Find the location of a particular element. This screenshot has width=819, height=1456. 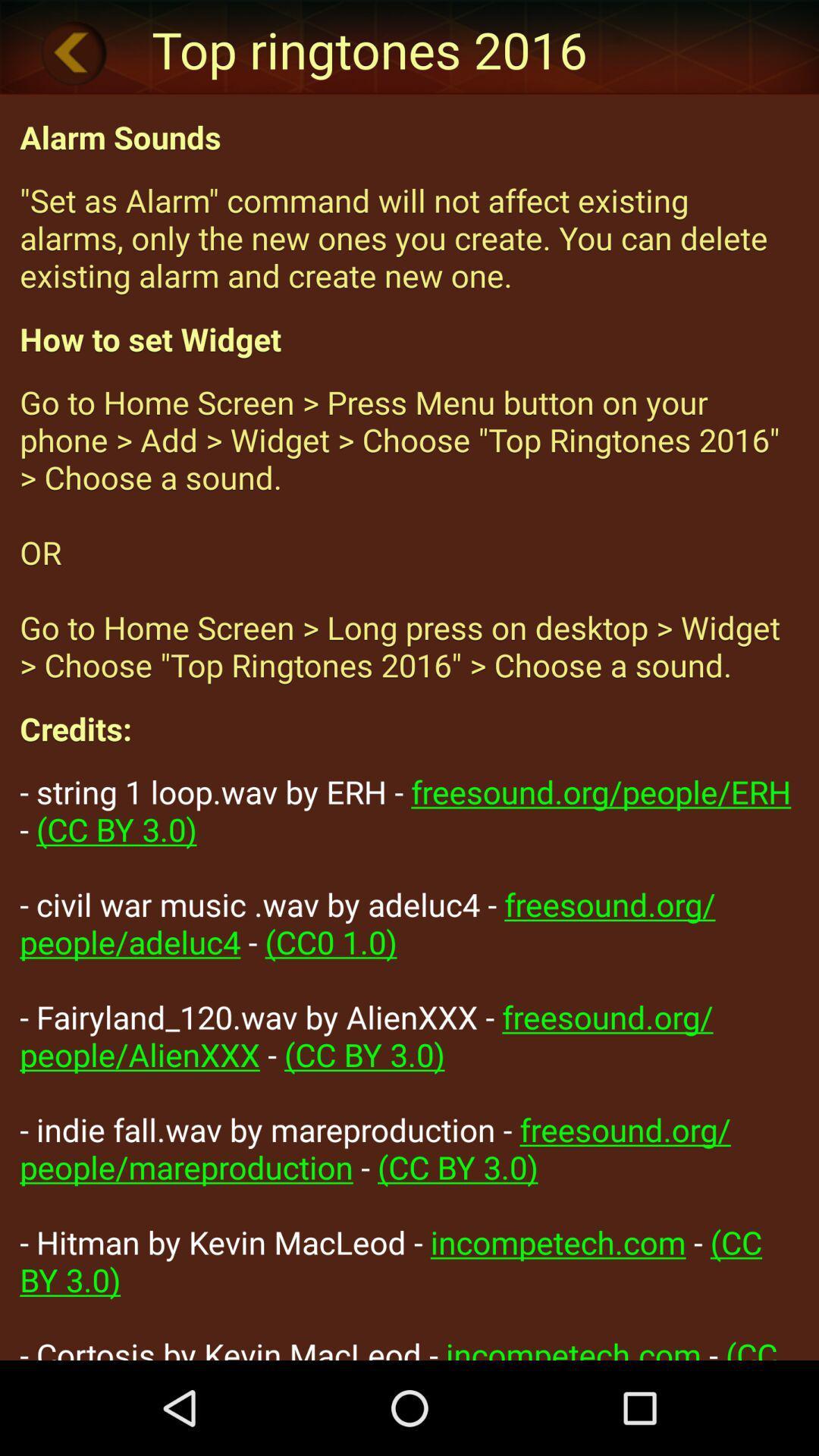

item below credits: is located at coordinates (409, 1064).